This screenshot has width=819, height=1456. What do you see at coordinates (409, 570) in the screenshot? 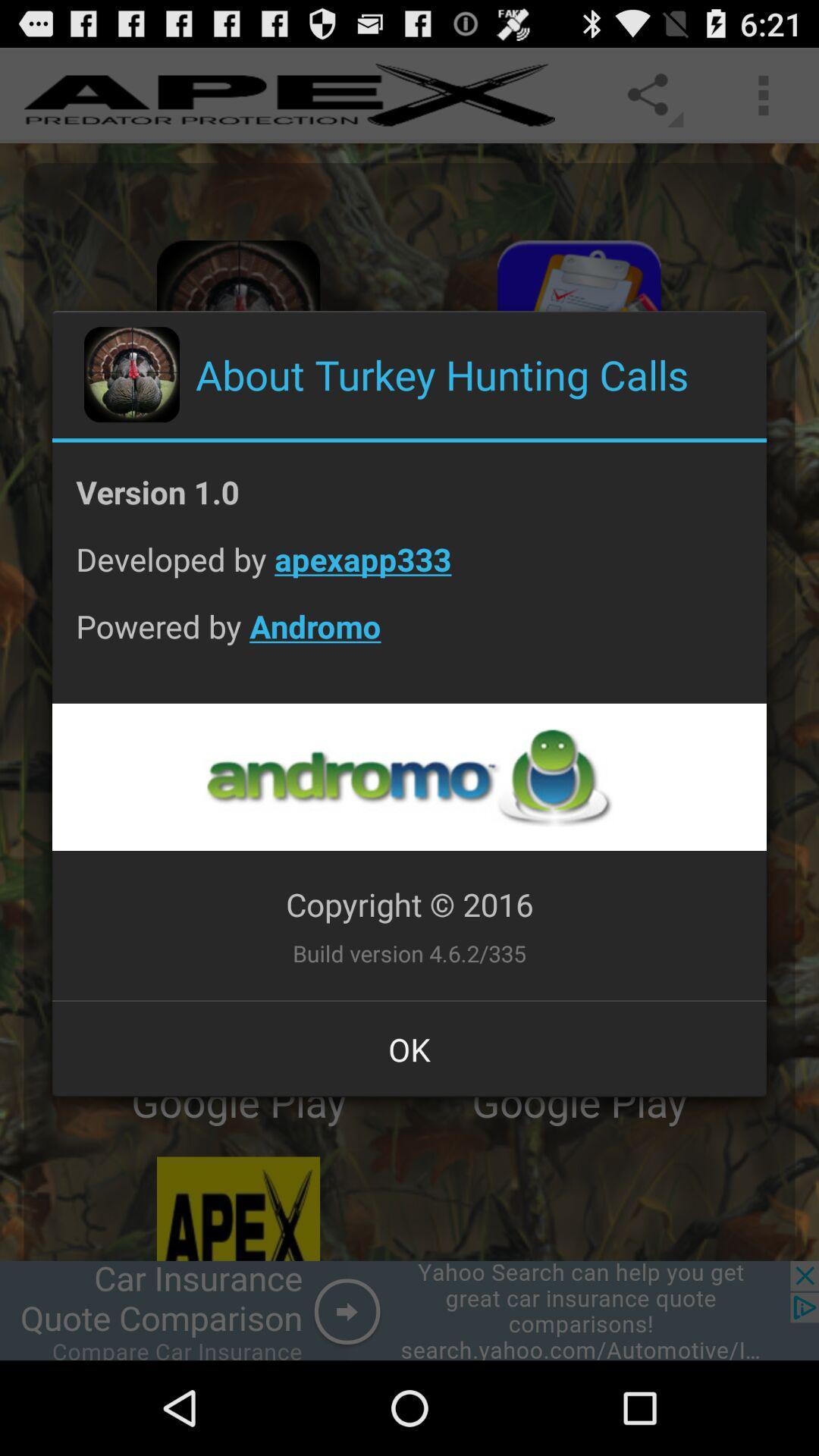
I see `developed by apexapp333 app` at bounding box center [409, 570].